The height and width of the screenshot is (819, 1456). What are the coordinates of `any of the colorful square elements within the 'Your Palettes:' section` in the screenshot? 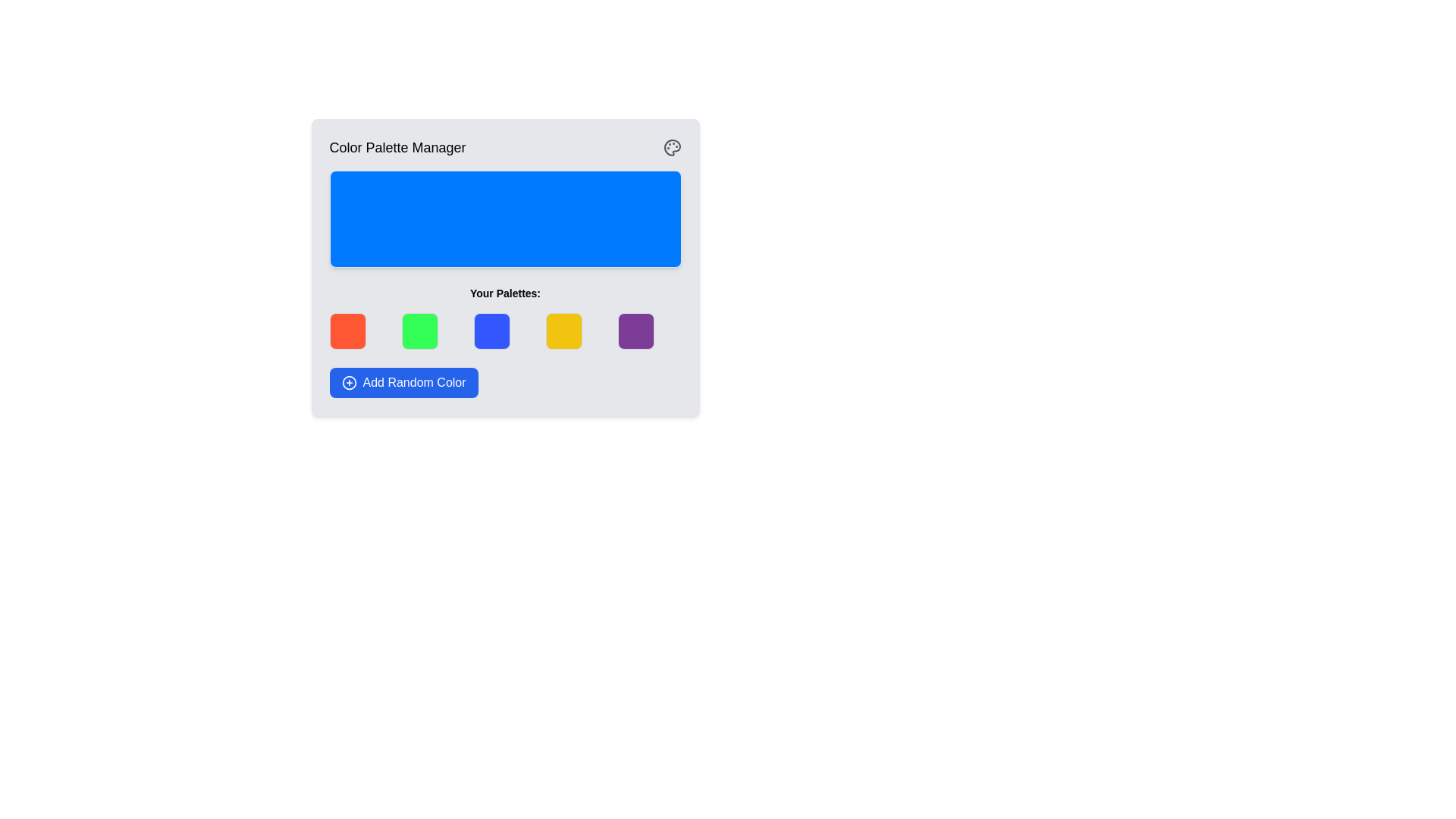 It's located at (505, 317).